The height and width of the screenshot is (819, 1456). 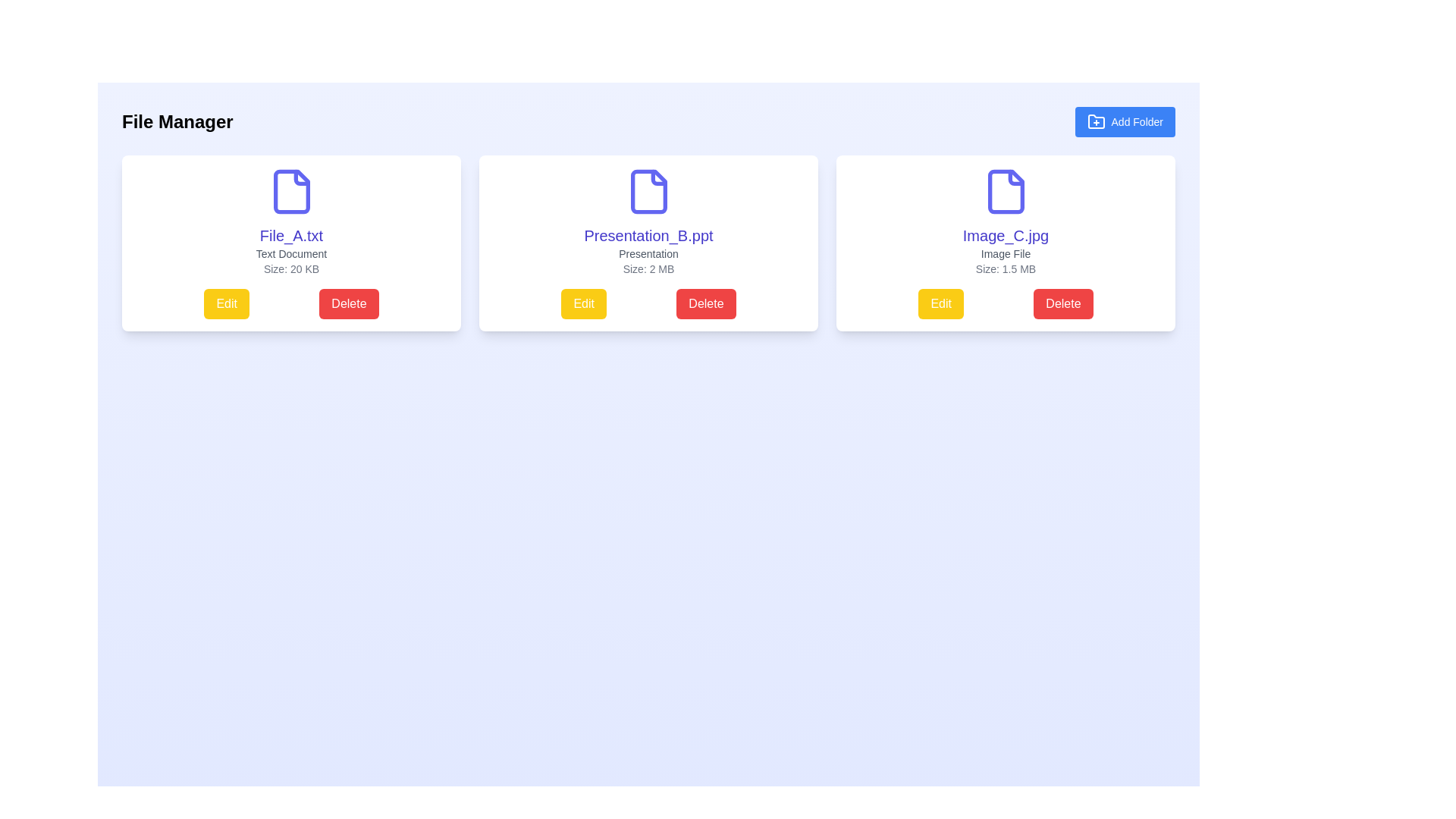 I want to click on the document icon located at the top-center of the first card in the 'File Manager' interface, so click(x=291, y=191).